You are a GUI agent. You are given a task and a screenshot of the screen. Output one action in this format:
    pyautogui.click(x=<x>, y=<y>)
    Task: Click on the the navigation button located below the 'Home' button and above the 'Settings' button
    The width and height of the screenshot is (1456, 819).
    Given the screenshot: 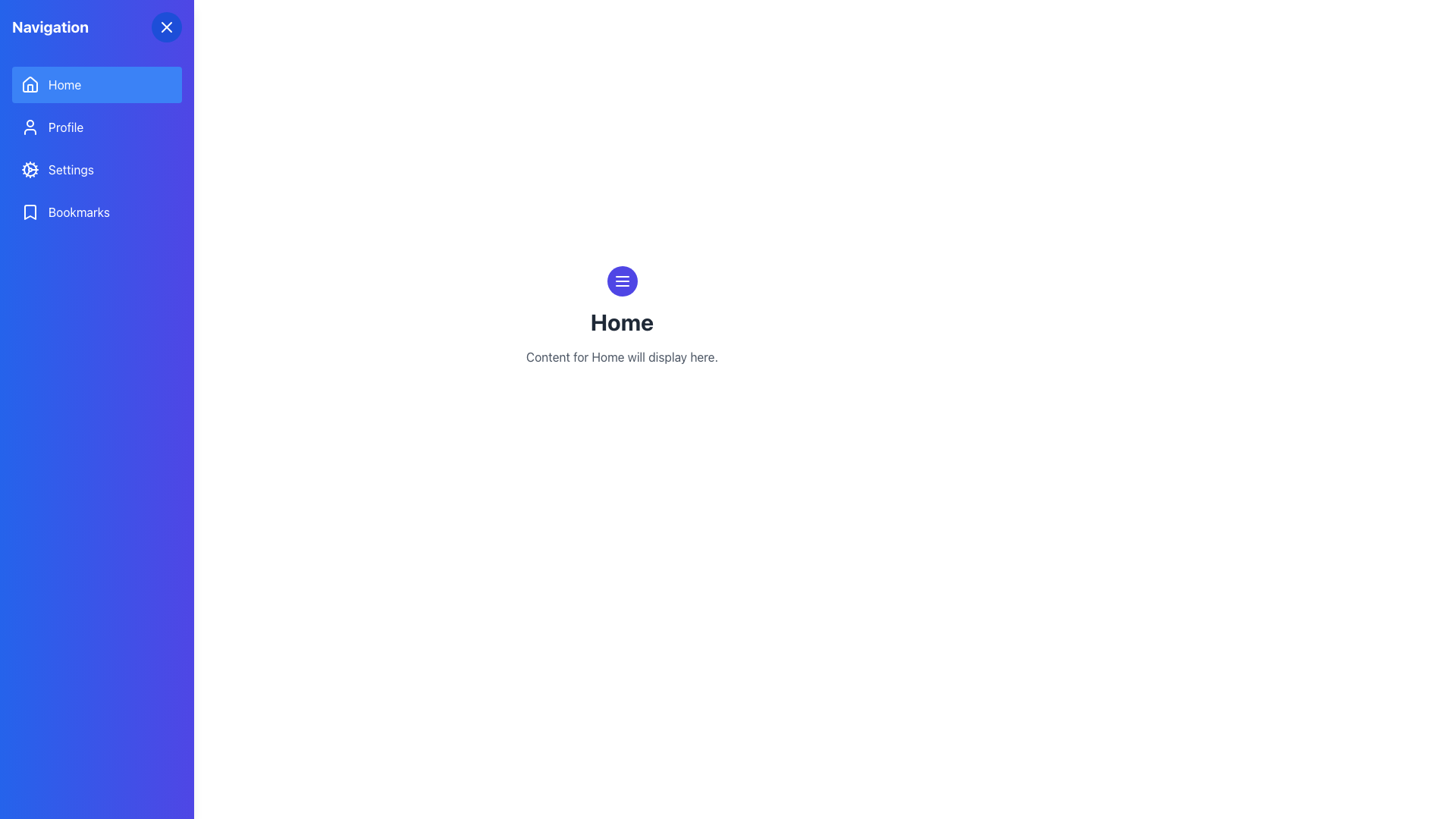 What is the action you would take?
    pyautogui.click(x=96, y=127)
    